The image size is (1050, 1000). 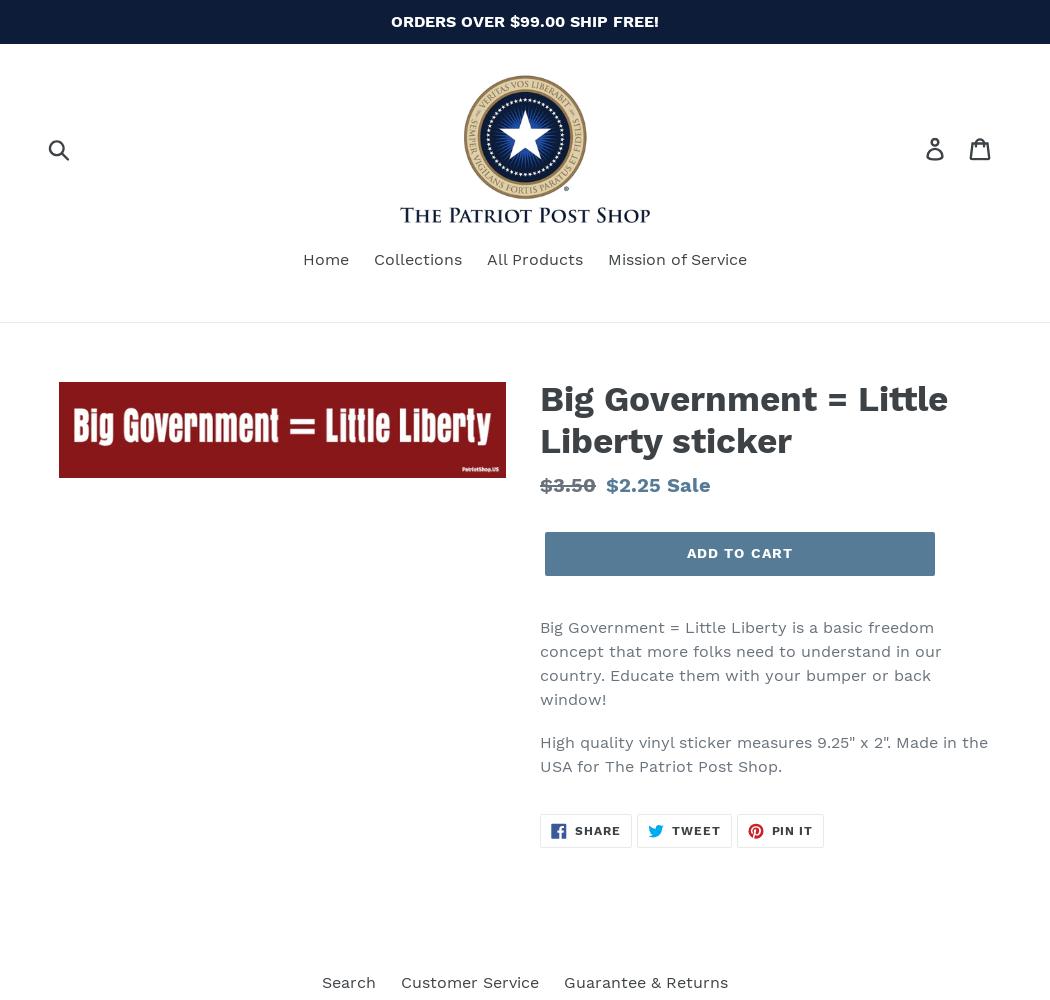 What do you see at coordinates (739, 662) in the screenshot?
I see `'Big Government = Little Liberty is a basic freedom concept that more folks need to understand in our country. Educate them with your bumper or back window!'` at bounding box center [739, 662].